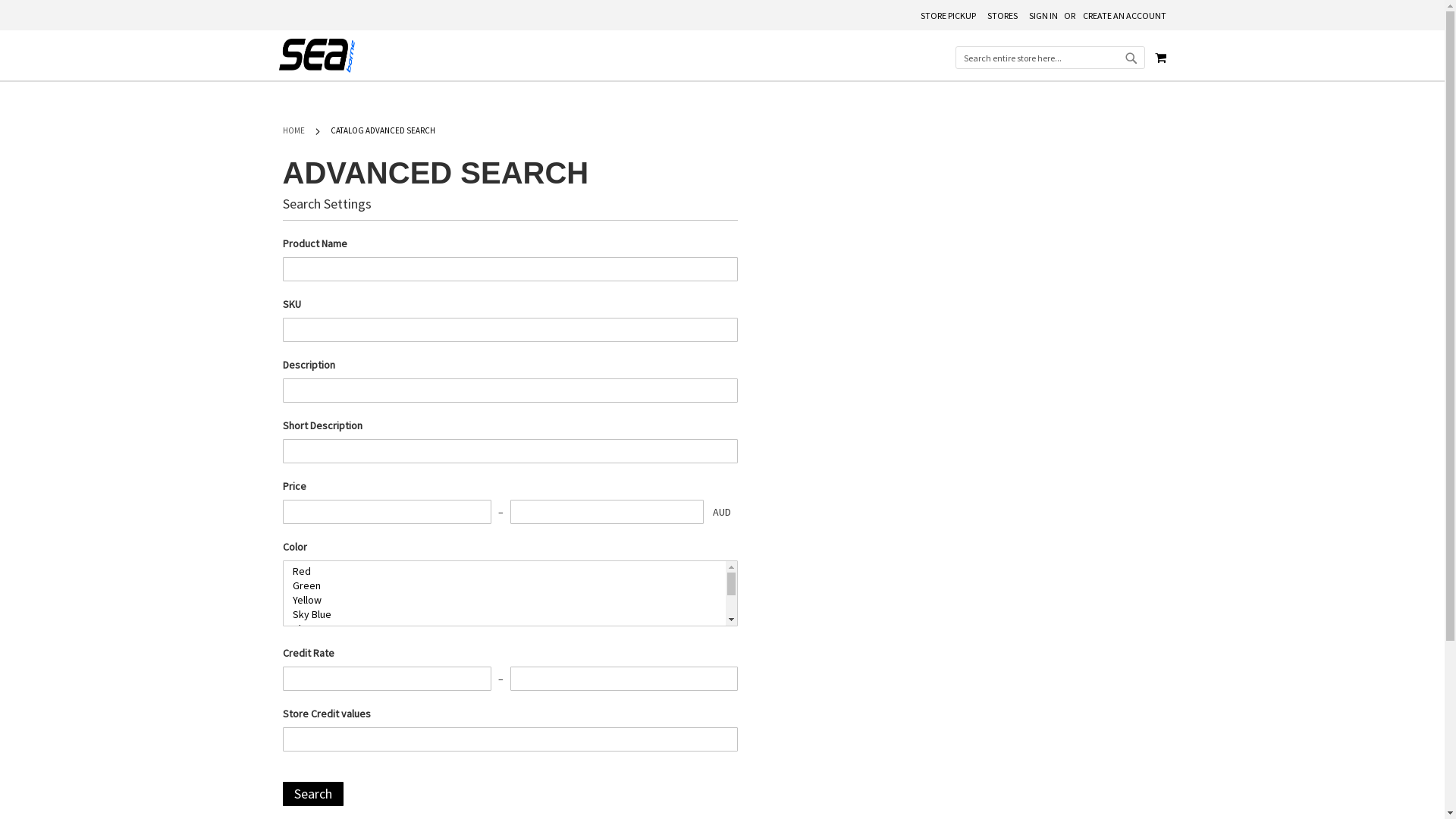  What do you see at coordinates (293, 130) in the screenshot?
I see `'HOME'` at bounding box center [293, 130].